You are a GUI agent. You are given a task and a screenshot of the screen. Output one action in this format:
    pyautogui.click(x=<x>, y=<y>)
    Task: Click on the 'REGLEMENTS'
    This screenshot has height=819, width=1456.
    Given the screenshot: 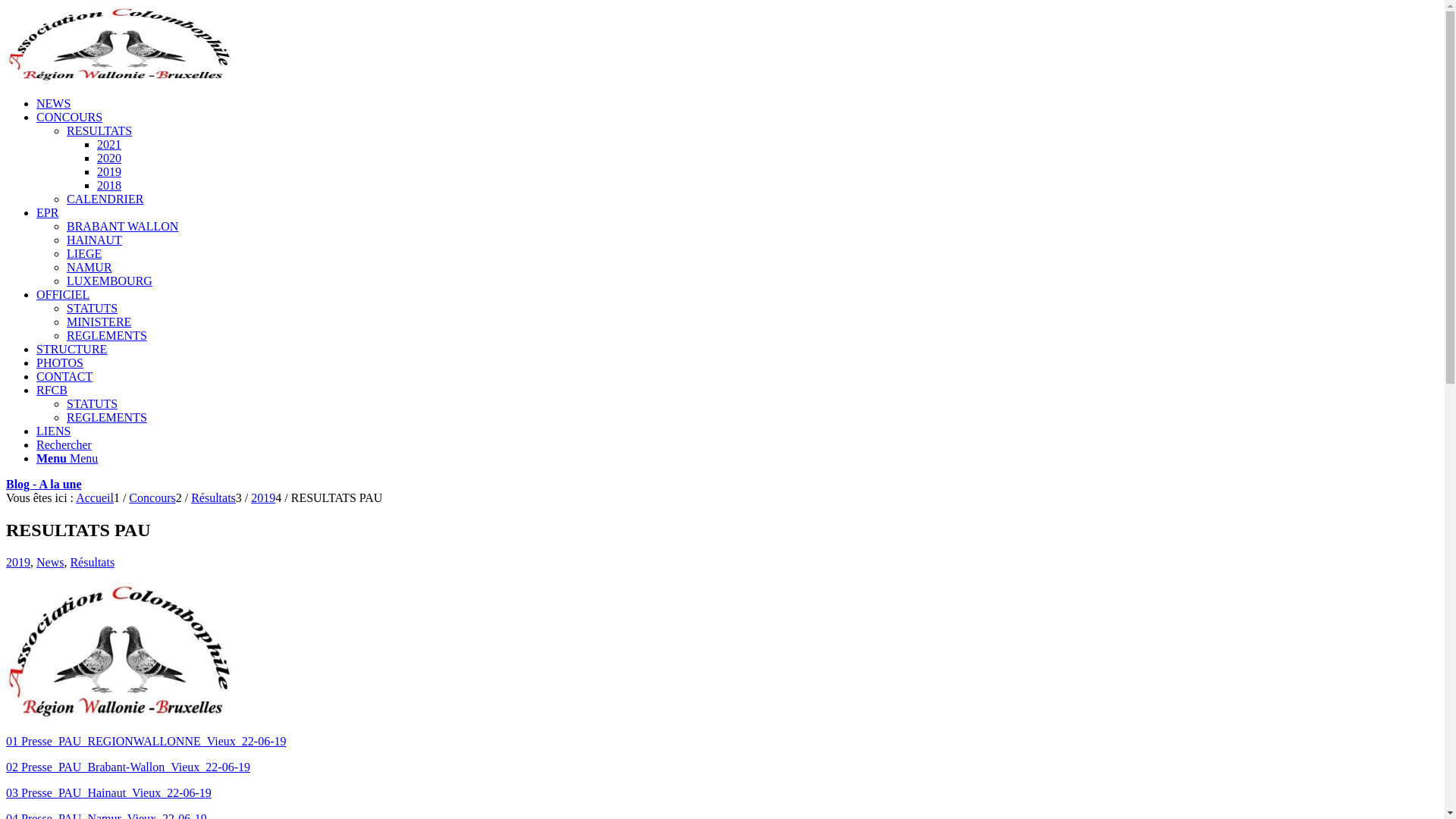 What is the action you would take?
    pyautogui.click(x=105, y=417)
    